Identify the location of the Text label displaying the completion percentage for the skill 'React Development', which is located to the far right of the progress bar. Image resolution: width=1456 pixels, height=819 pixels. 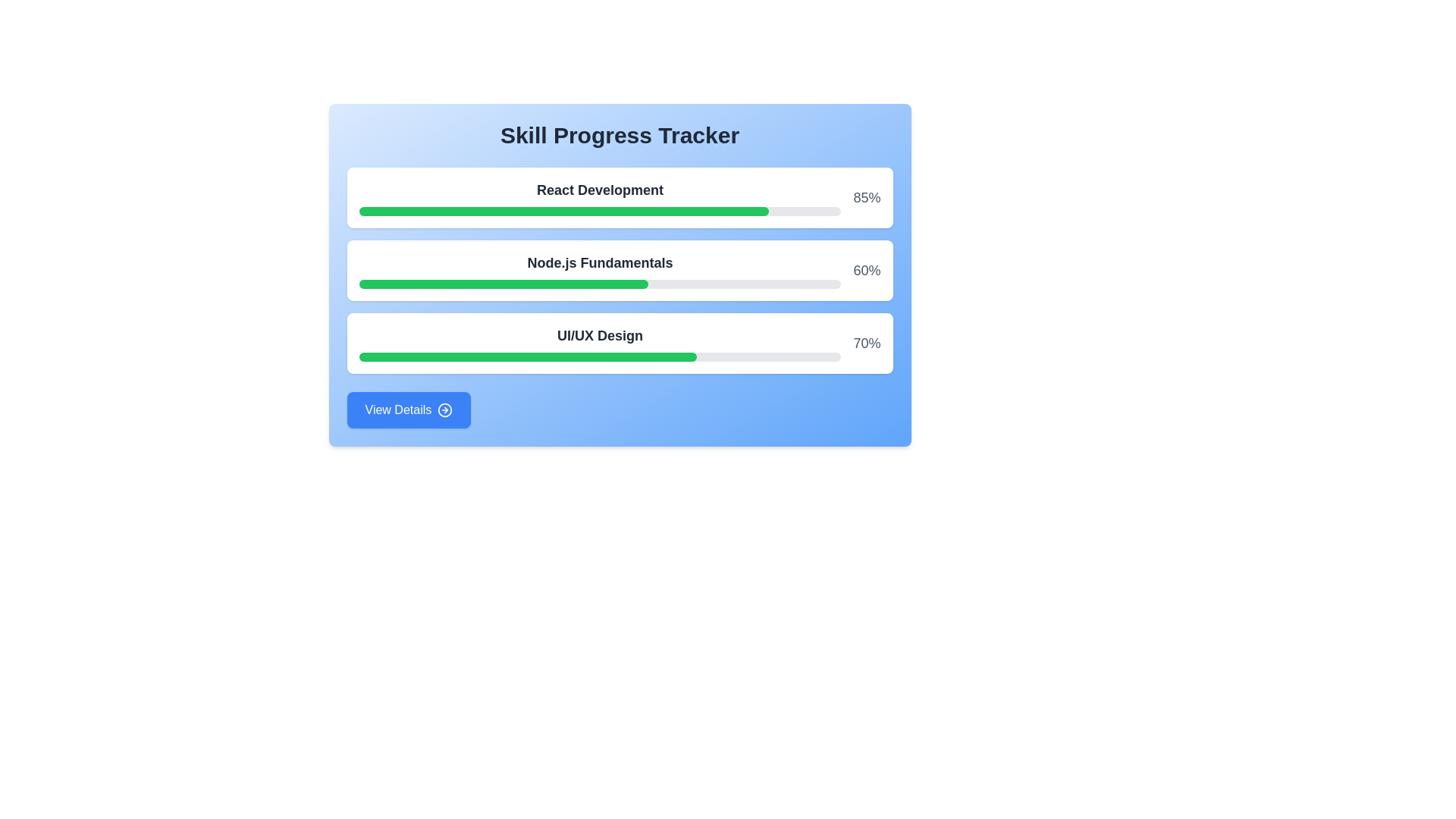
(867, 197).